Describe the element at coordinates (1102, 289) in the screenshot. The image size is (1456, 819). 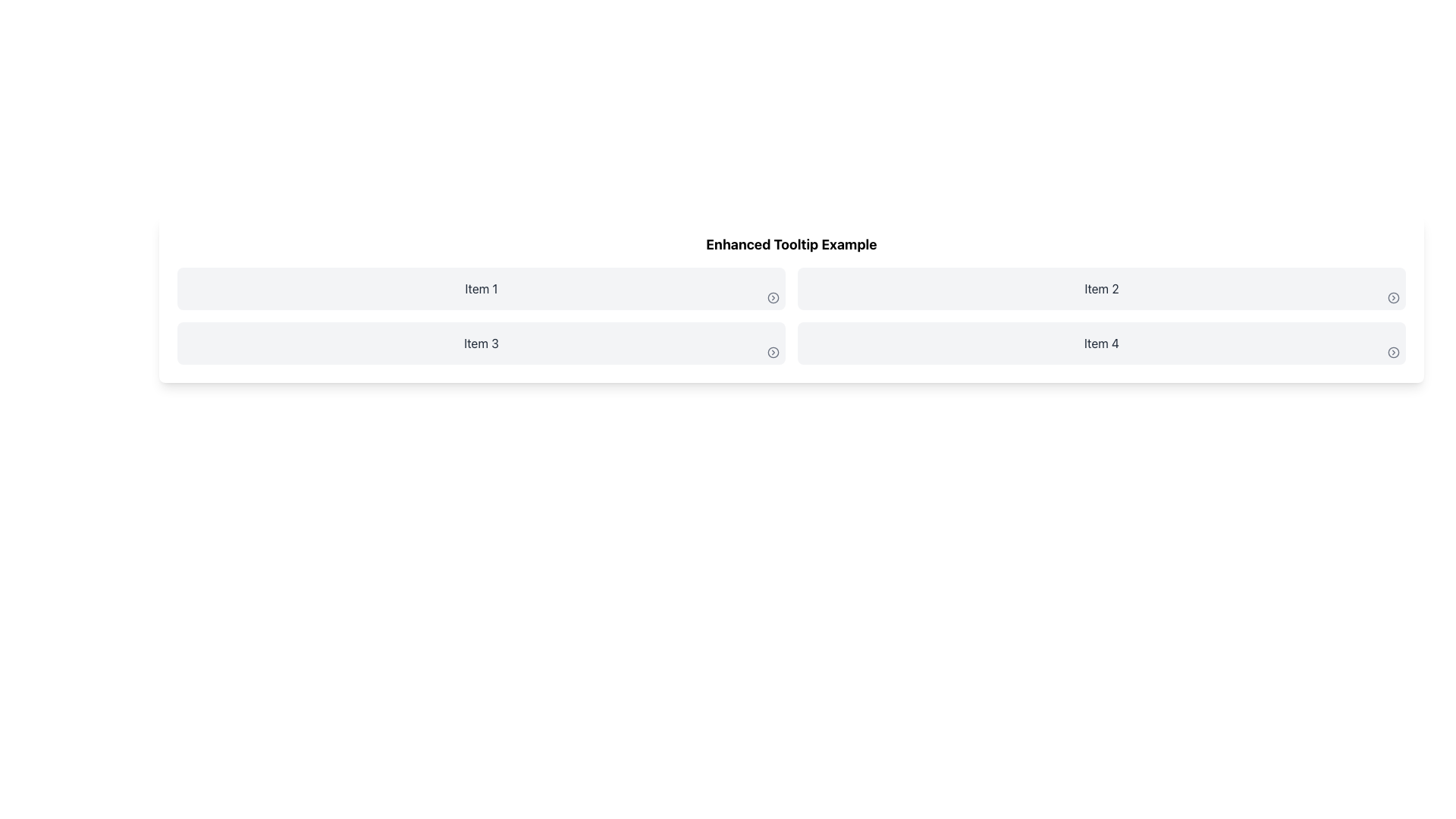
I see `the static label reading 'Item 2', which is styled in gray and is the second item in a horizontal list, positioned above 'Item 4' and next to 'Item 1'` at that location.